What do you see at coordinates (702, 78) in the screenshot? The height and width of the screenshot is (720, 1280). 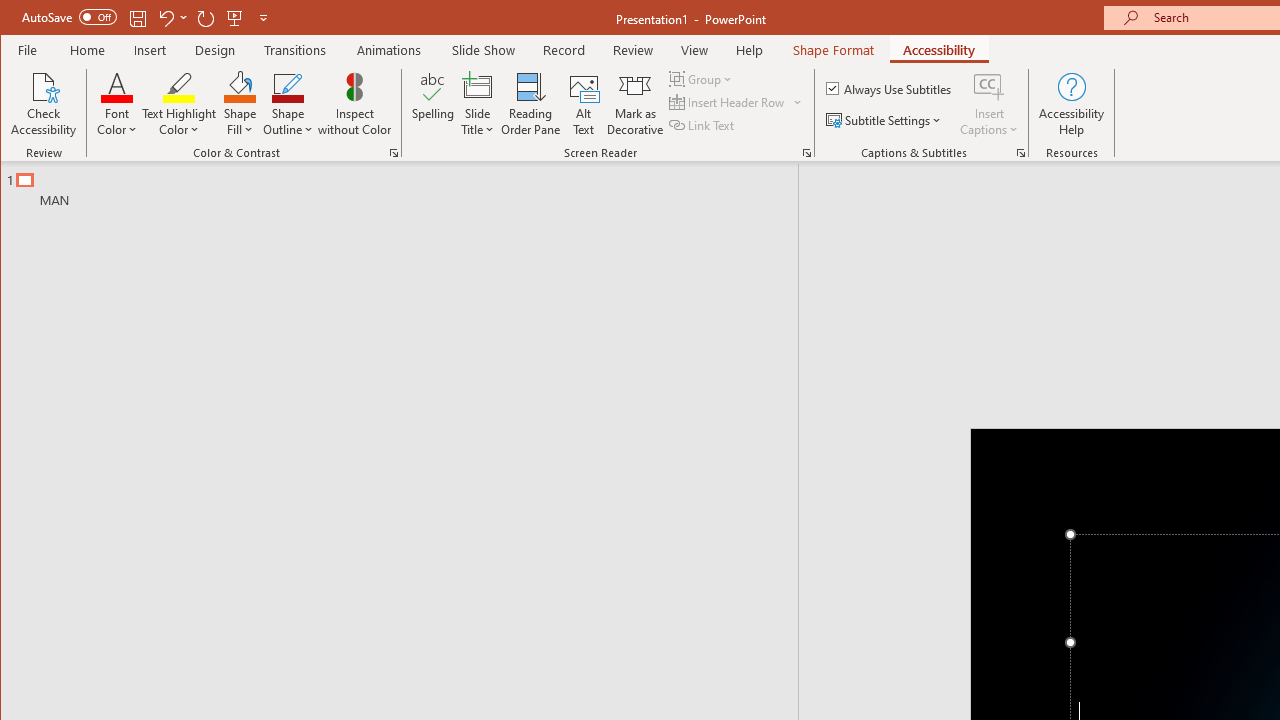 I see `'Group'` at bounding box center [702, 78].